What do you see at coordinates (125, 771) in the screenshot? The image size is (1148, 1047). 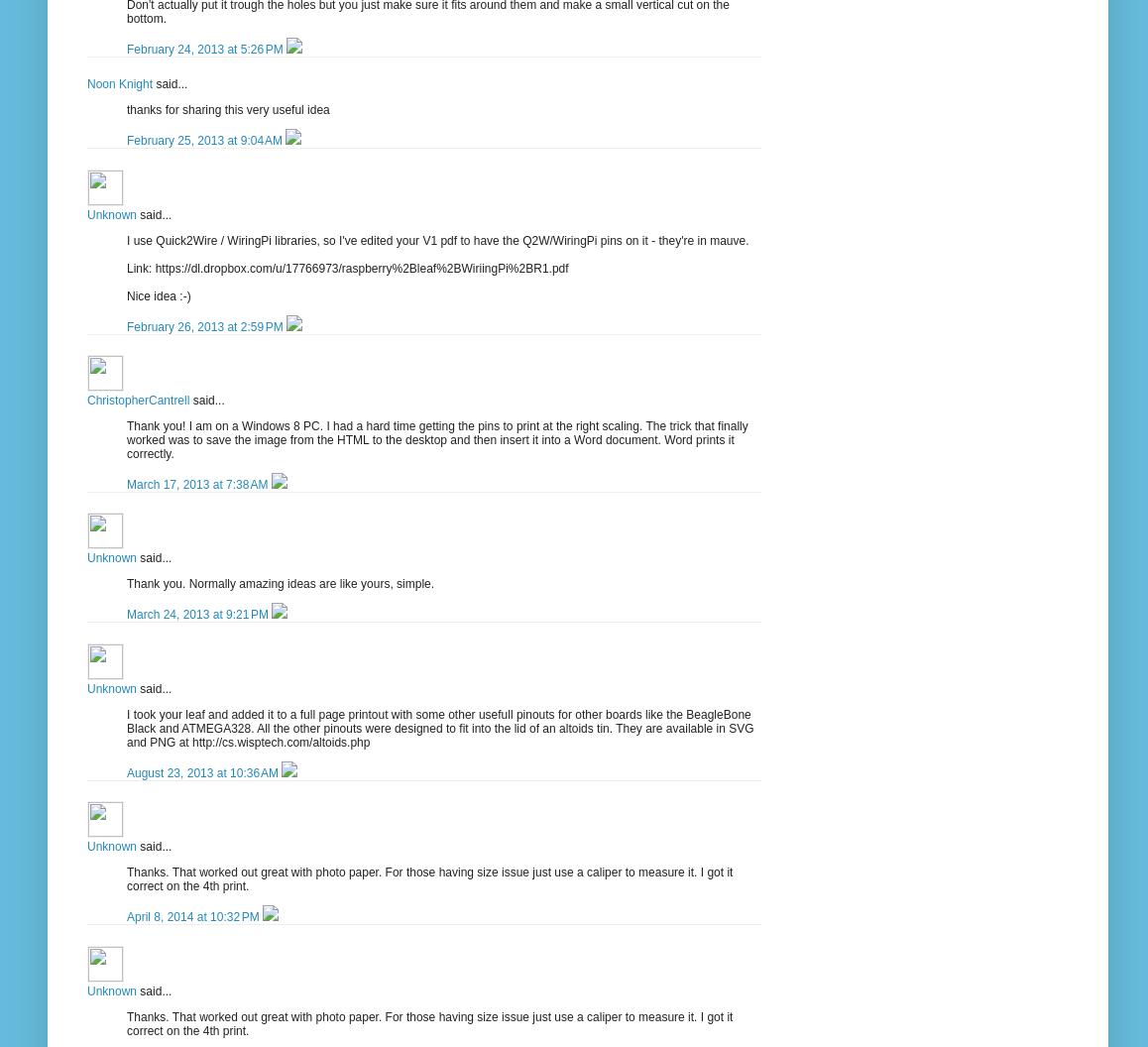 I see `'August 23, 2013 at 10:36 AM'` at bounding box center [125, 771].